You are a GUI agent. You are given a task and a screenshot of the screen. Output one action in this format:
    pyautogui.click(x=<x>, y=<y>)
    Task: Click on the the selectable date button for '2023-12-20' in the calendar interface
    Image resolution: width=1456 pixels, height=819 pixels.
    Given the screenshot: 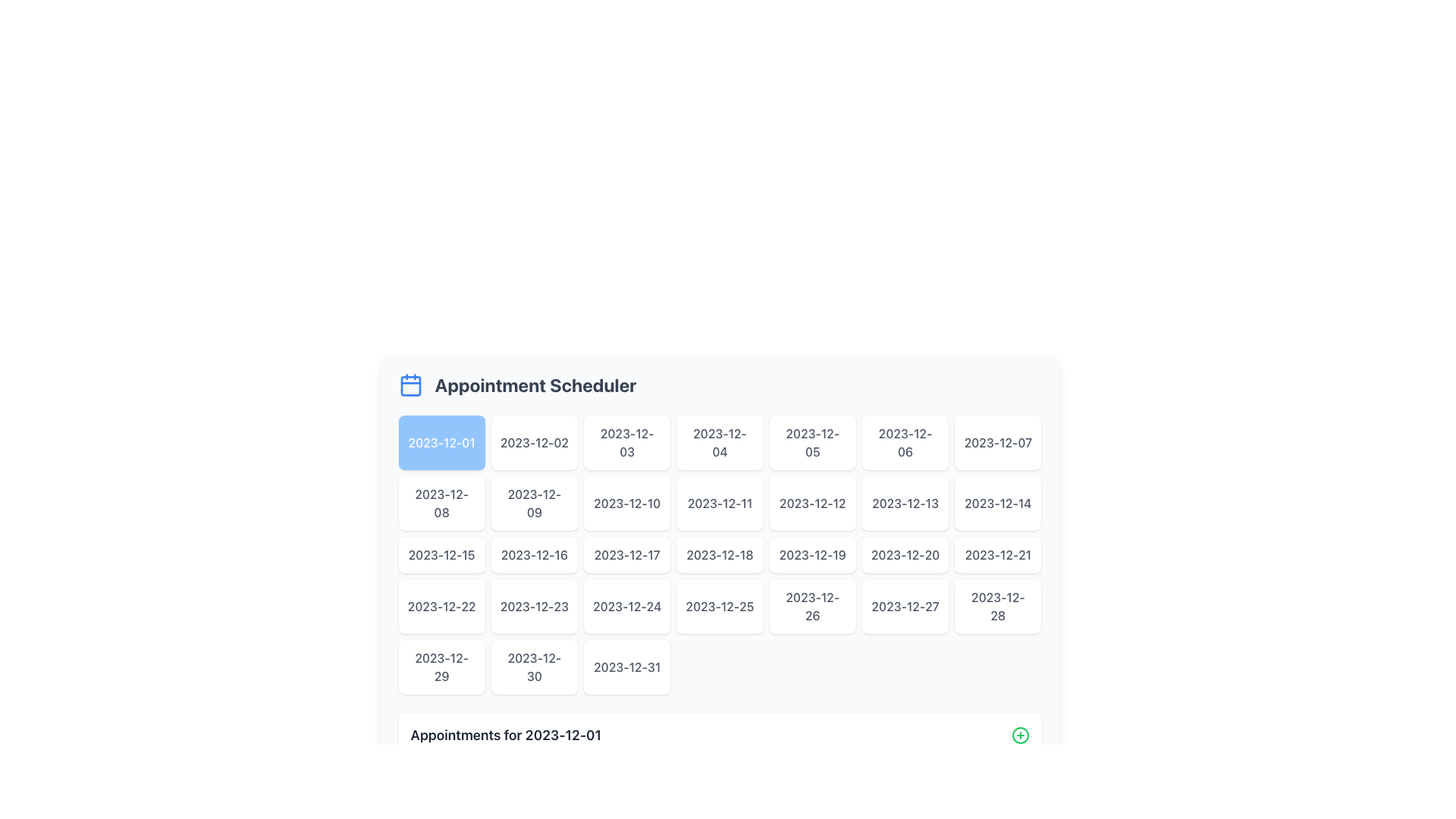 What is the action you would take?
    pyautogui.click(x=905, y=555)
    